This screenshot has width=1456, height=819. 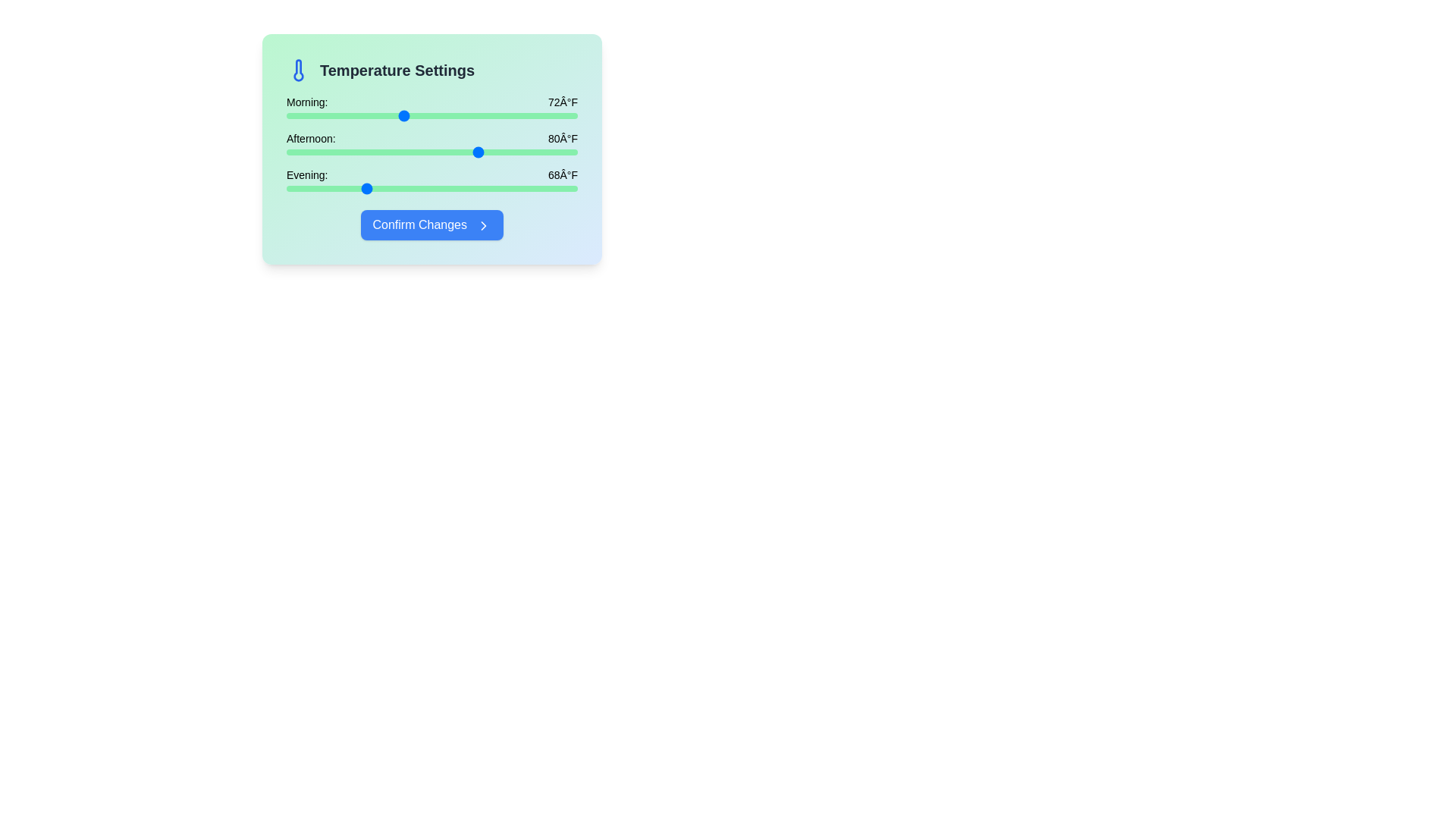 What do you see at coordinates (344, 188) in the screenshot?
I see `the evening temperature slider to 66°F` at bounding box center [344, 188].